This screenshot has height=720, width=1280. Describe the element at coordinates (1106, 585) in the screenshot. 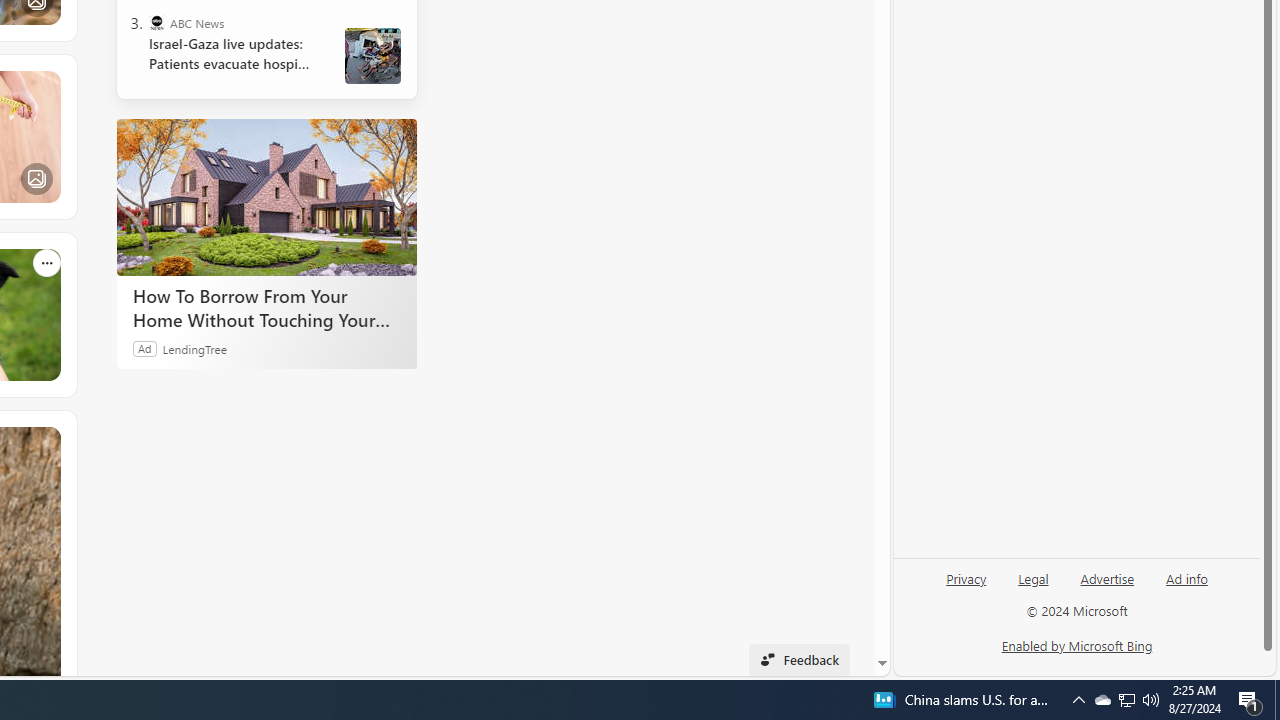

I see `'Advertise'` at that location.